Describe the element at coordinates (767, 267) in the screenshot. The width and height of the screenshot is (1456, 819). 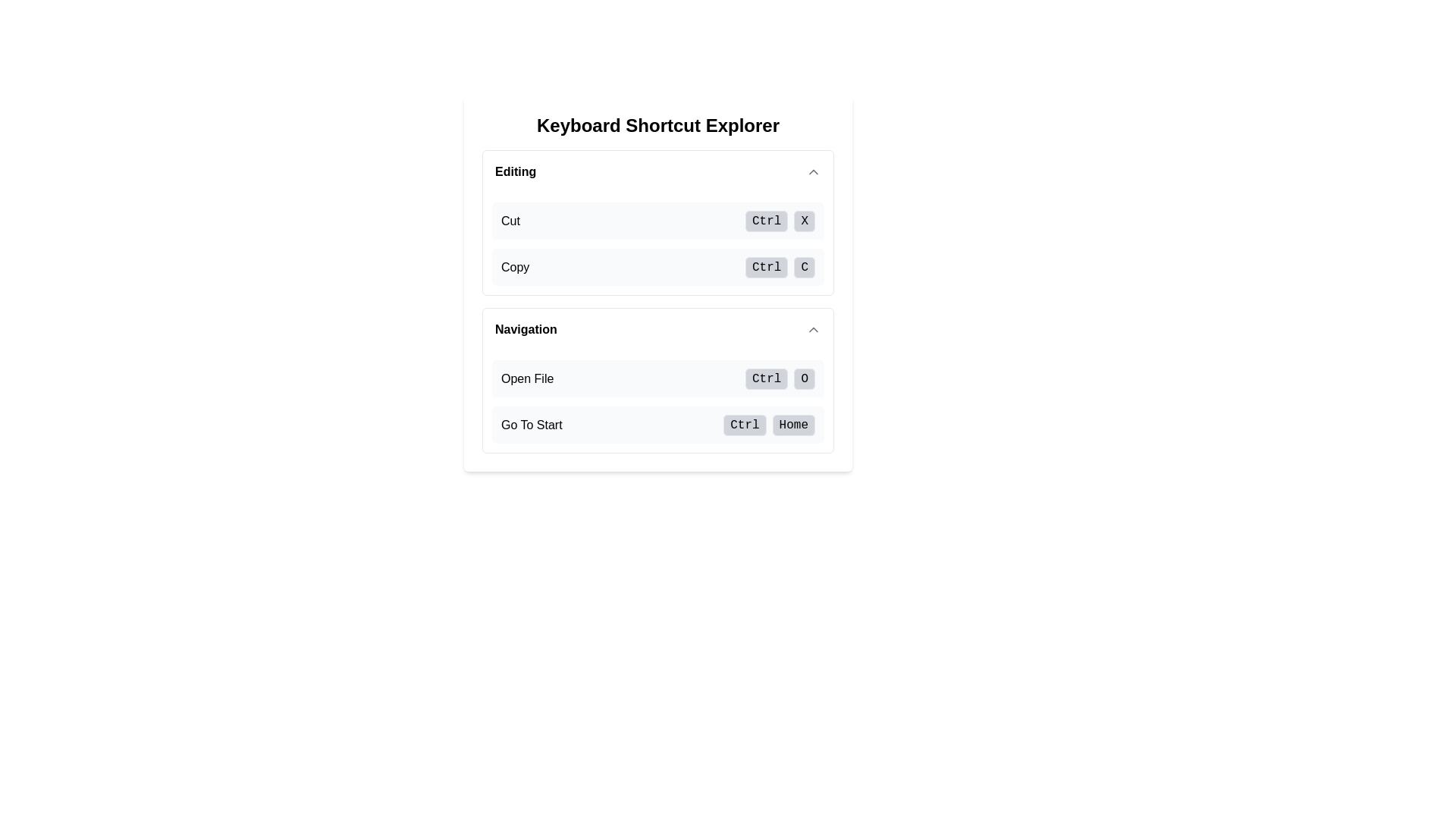
I see `the 'Ctrl' label button located in the 'Editing' section of the keyboard shortcut explorer interface, which is a small rectangular button with rounded edges and a light gray background` at that location.